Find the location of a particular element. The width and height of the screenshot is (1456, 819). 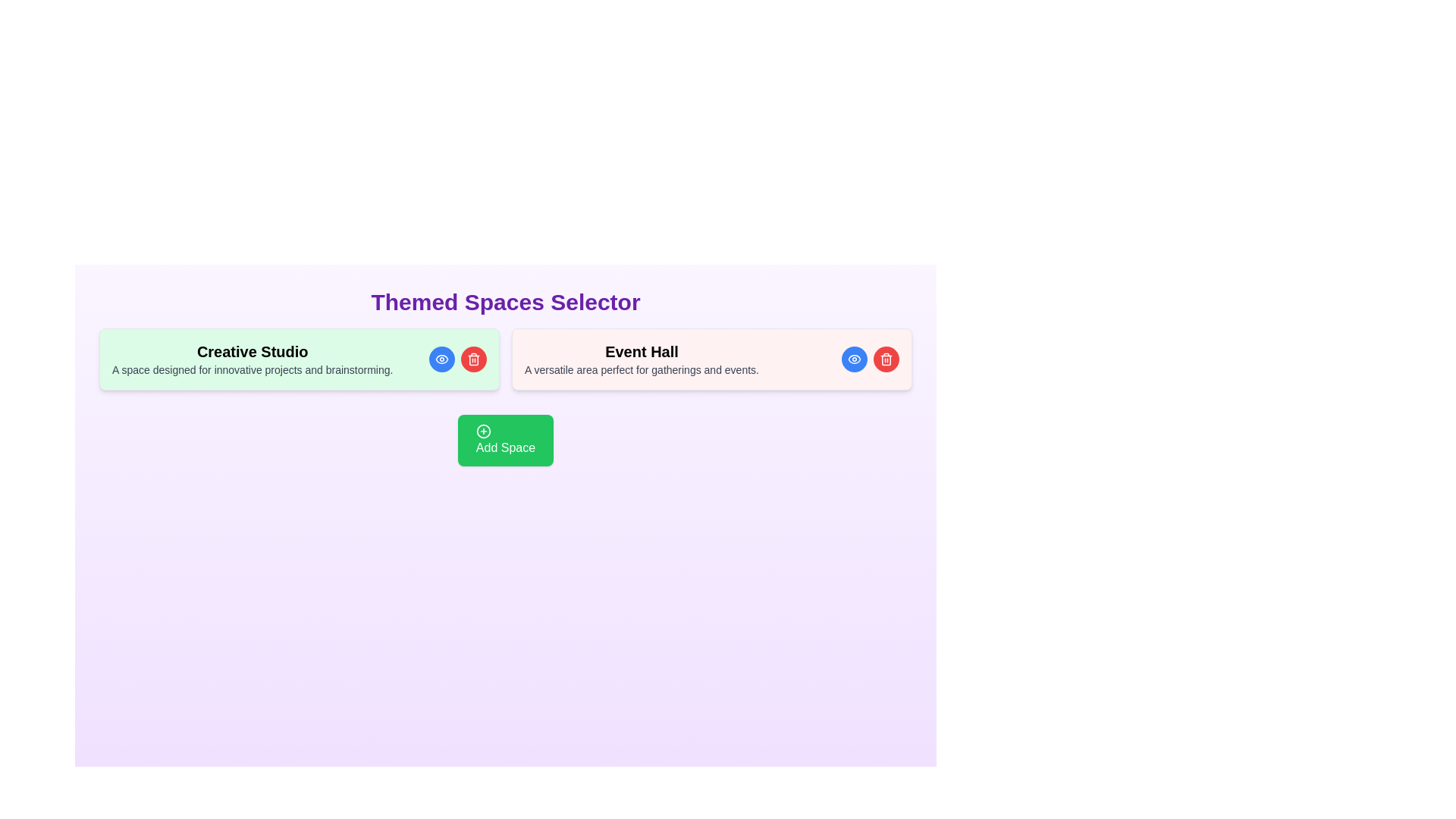

the static text element that describes the 'Creative Studio', located within a light green box directly below the title, positioned in the leftmost card of two horizontally aligned cards is located at coordinates (253, 370).